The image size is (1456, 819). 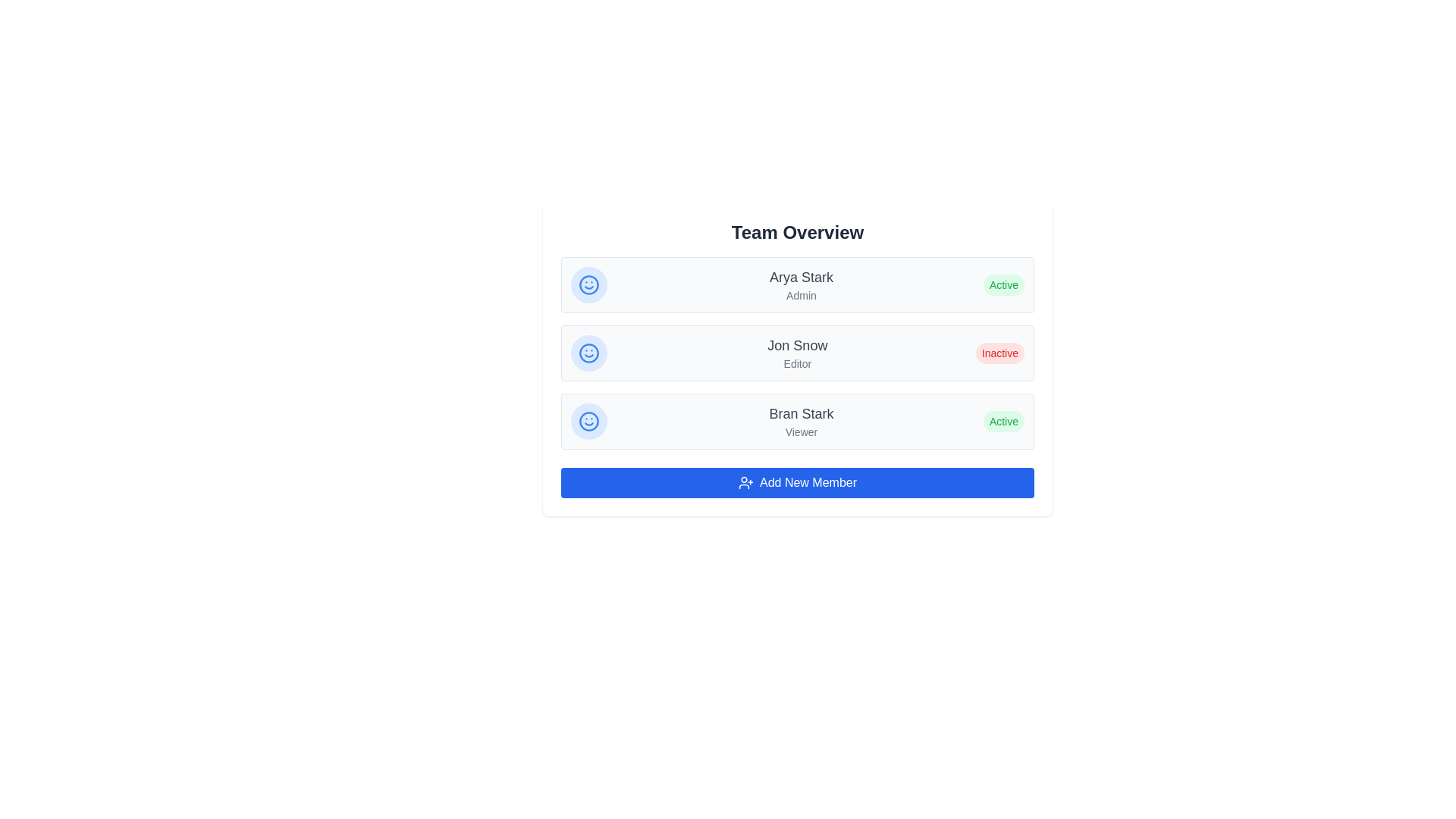 What do you see at coordinates (588, 284) in the screenshot?
I see `the profile icon representing 'Arya Stark' in the 'Team Overview' section to interact with her profile` at bounding box center [588, 284].